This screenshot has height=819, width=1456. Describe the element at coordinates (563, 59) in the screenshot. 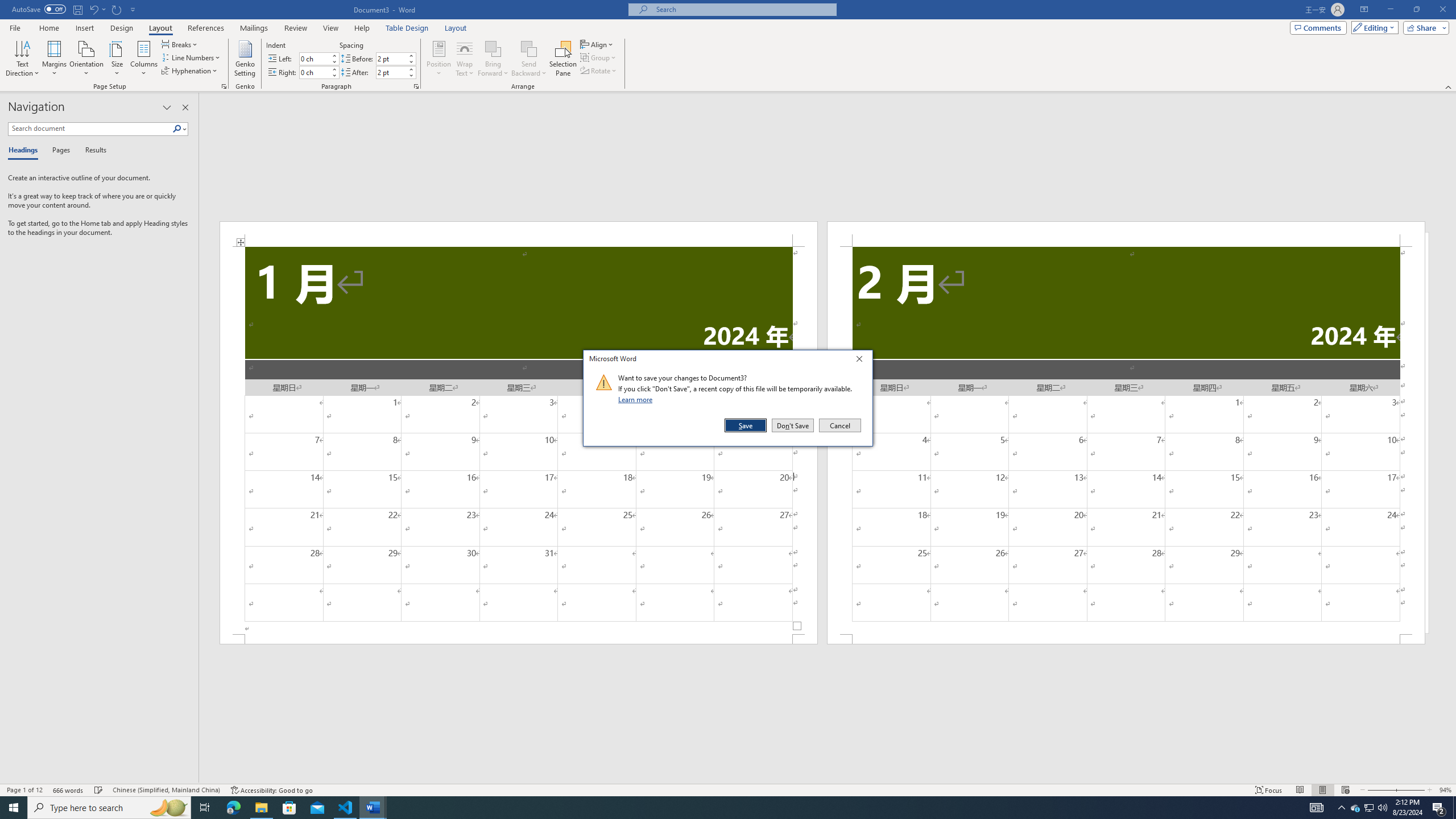

I see `'Selection Pane...'` at that location.